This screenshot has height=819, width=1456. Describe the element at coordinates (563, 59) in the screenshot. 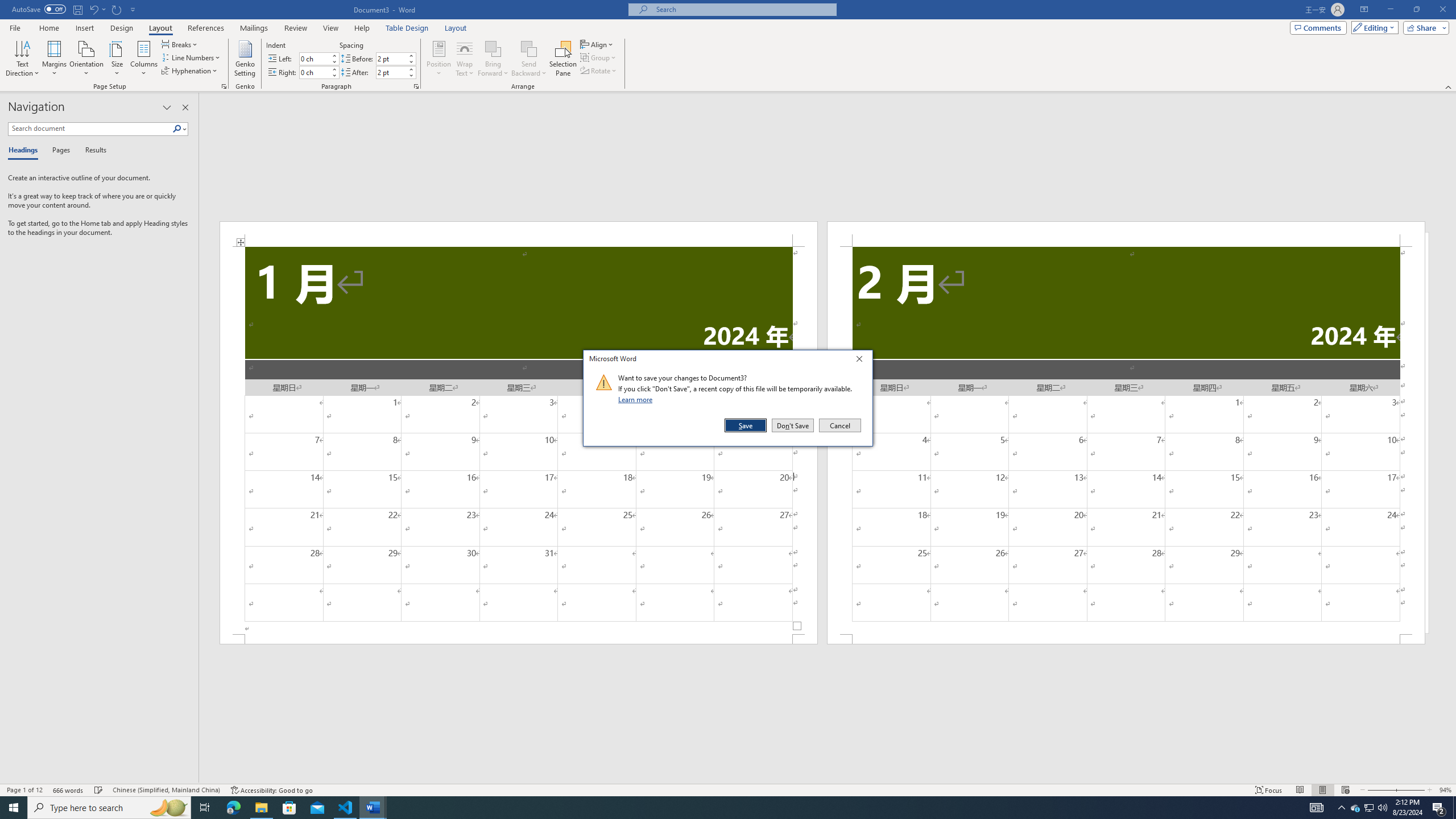

I see `'Selection Pane...'` at that location.